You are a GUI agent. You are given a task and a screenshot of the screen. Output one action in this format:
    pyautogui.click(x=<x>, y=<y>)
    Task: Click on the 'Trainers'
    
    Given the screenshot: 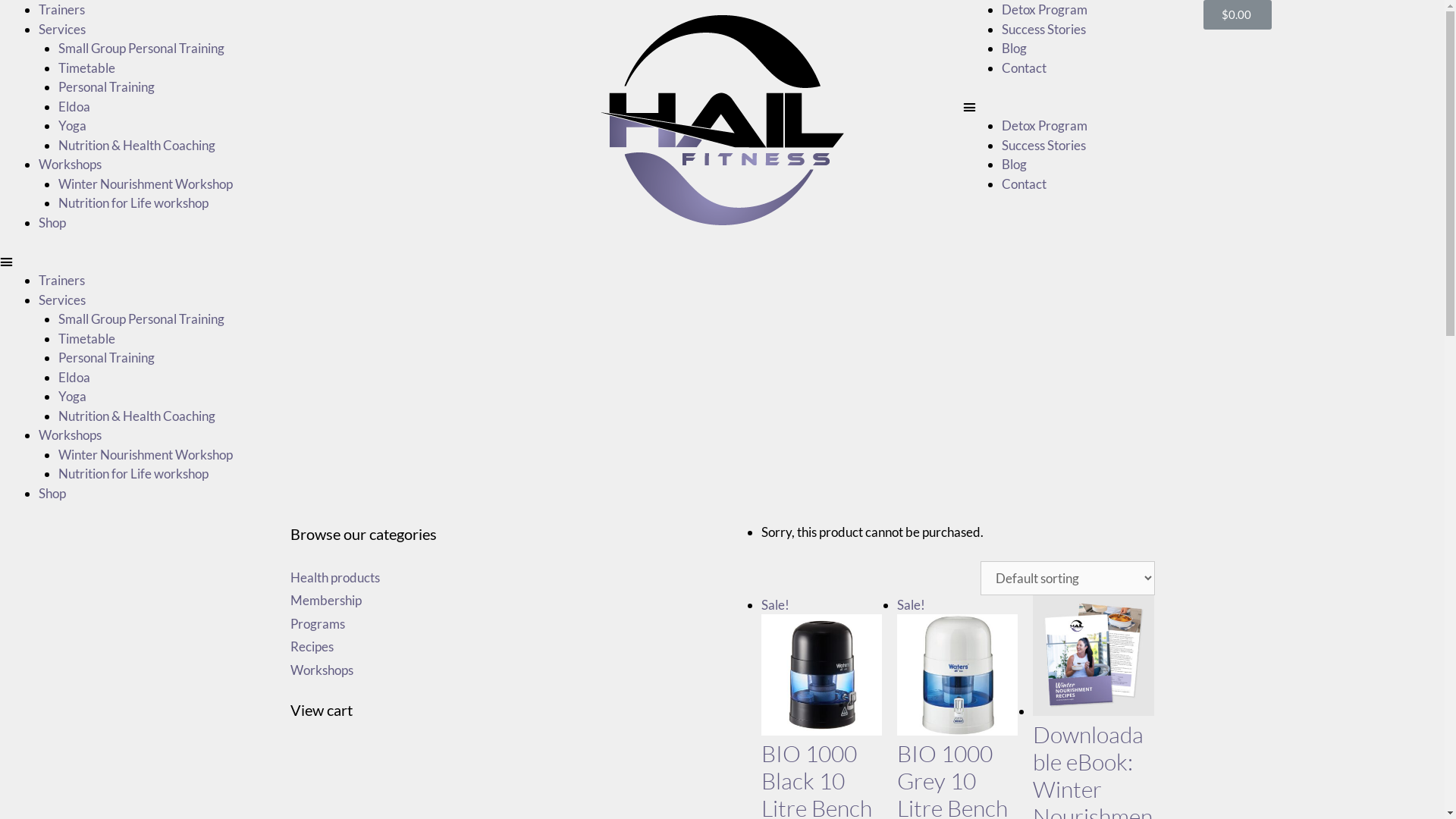 What is the action you would take?
    pyautogui.click(x=61, y=280)
    